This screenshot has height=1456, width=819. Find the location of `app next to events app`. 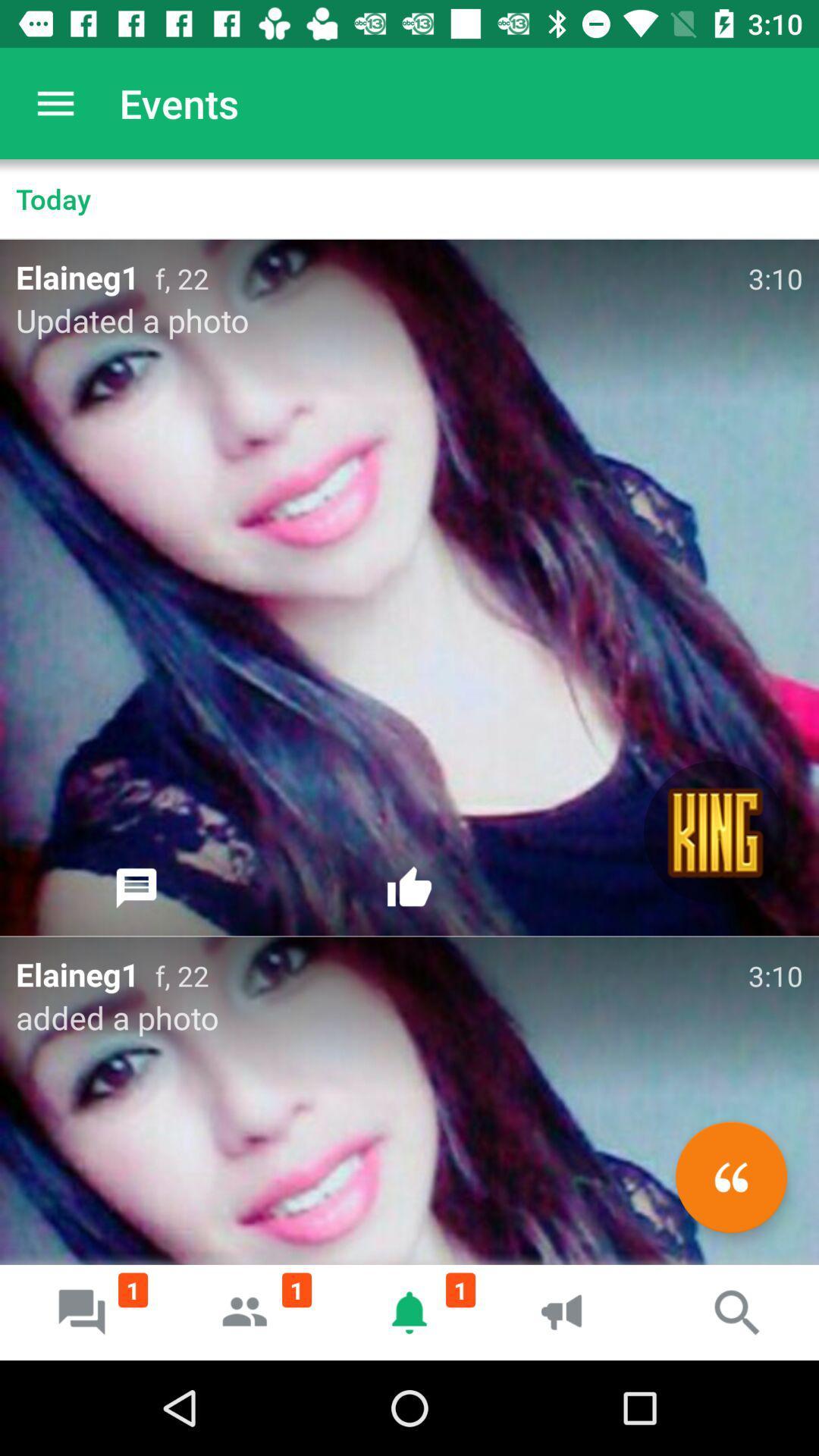

app next to events app is located at coordinates (55, 102).